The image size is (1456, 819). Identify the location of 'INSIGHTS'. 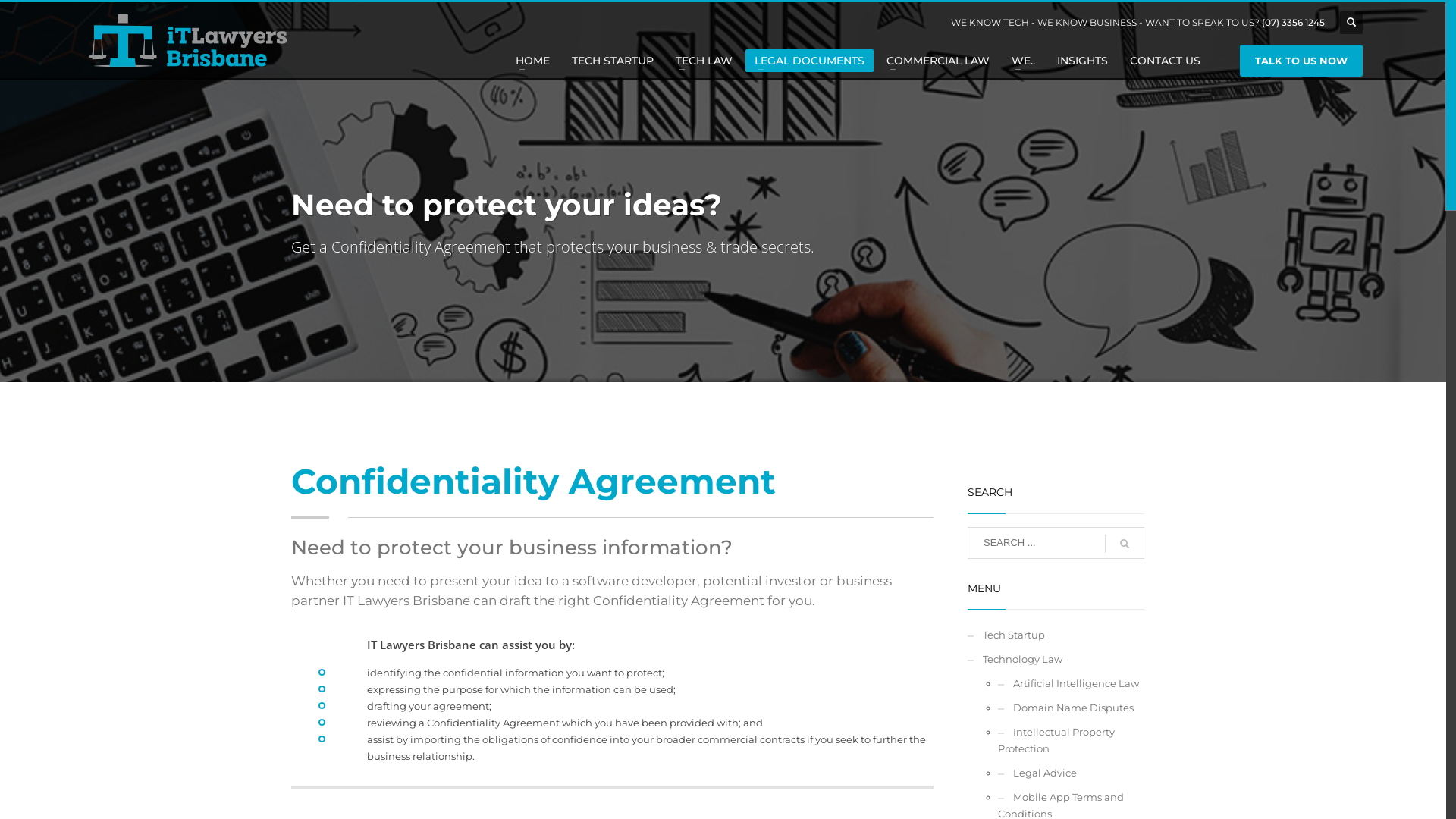
(1047, 60).